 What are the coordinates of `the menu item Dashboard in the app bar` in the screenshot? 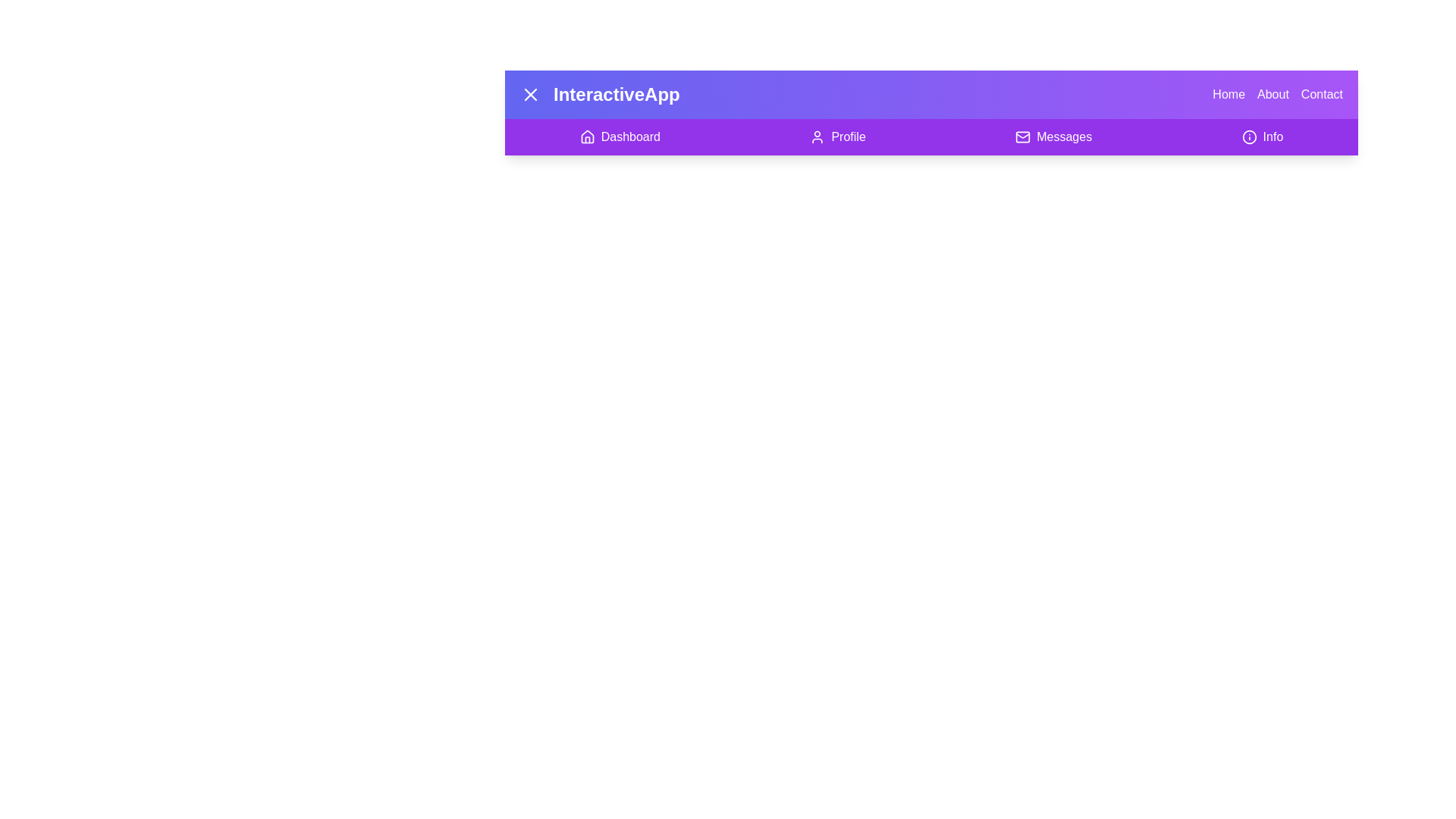 It's located at (620, 137).